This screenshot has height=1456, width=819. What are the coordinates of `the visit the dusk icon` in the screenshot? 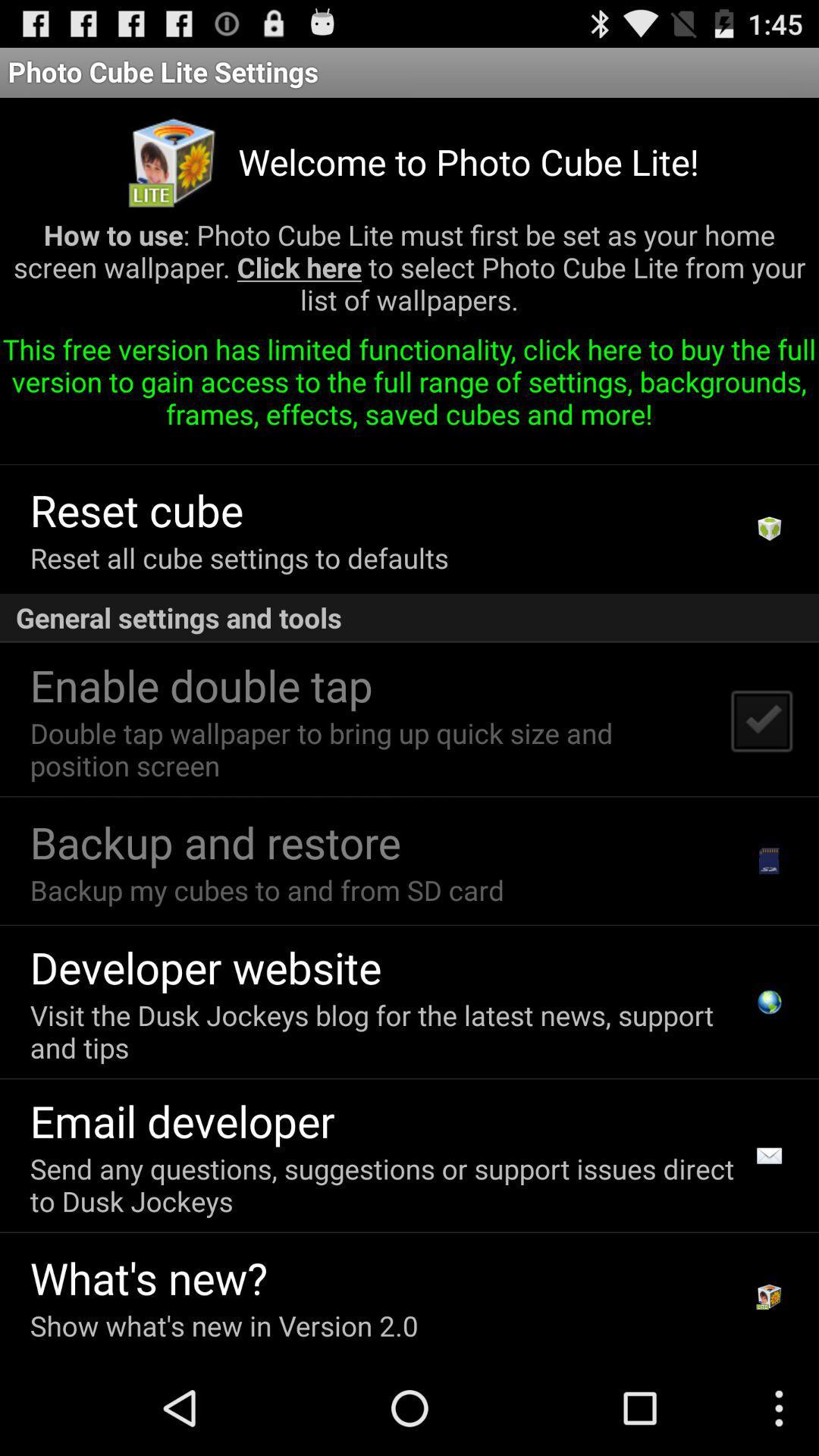 It's located at (386, 1031).